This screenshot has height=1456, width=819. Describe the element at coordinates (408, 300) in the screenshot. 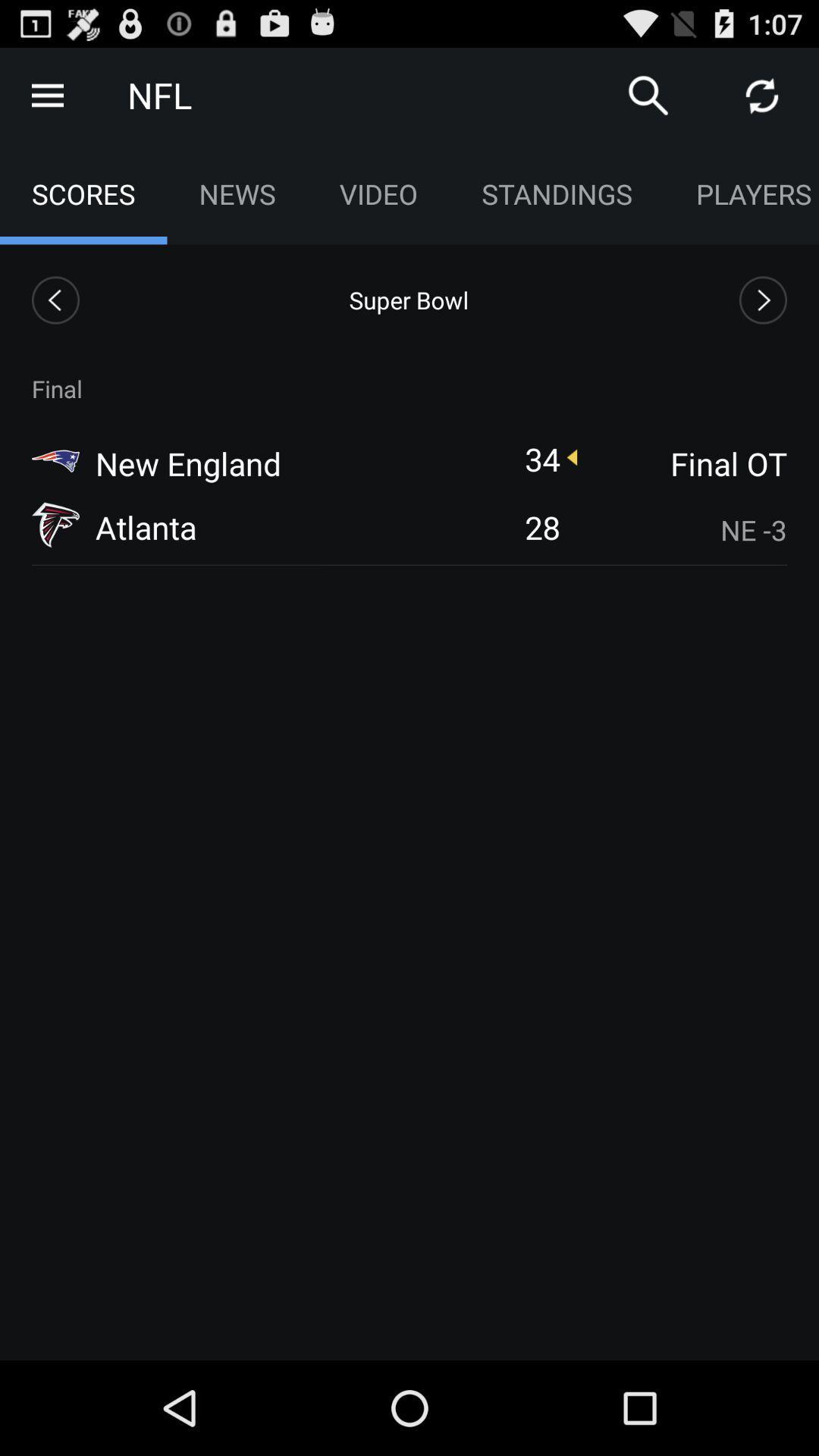

I see `icon below video app` at that location.